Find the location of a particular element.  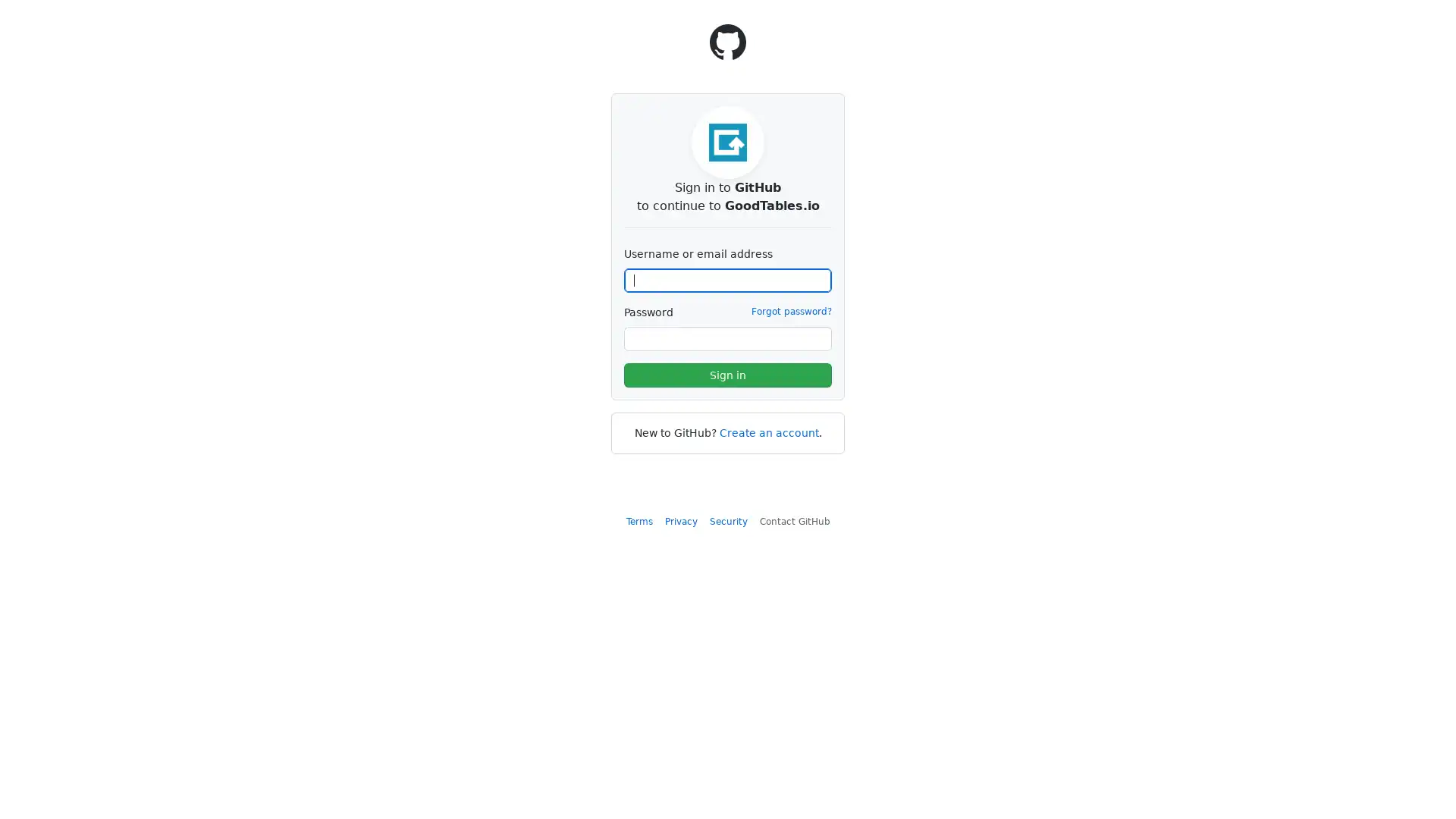

Sign in is located at coordinates (728, 375).